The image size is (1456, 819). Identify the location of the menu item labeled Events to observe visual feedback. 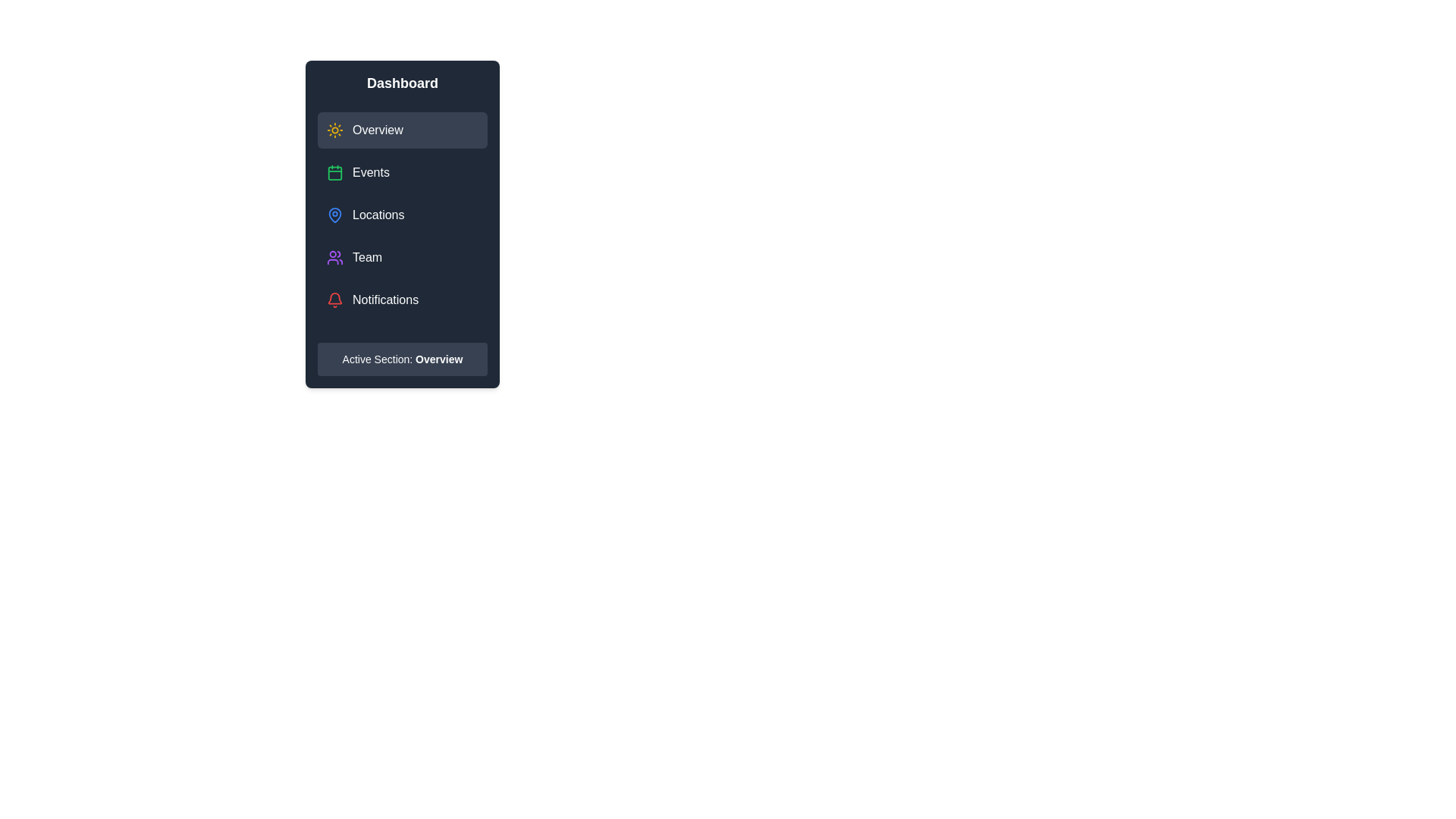
(403, 171).